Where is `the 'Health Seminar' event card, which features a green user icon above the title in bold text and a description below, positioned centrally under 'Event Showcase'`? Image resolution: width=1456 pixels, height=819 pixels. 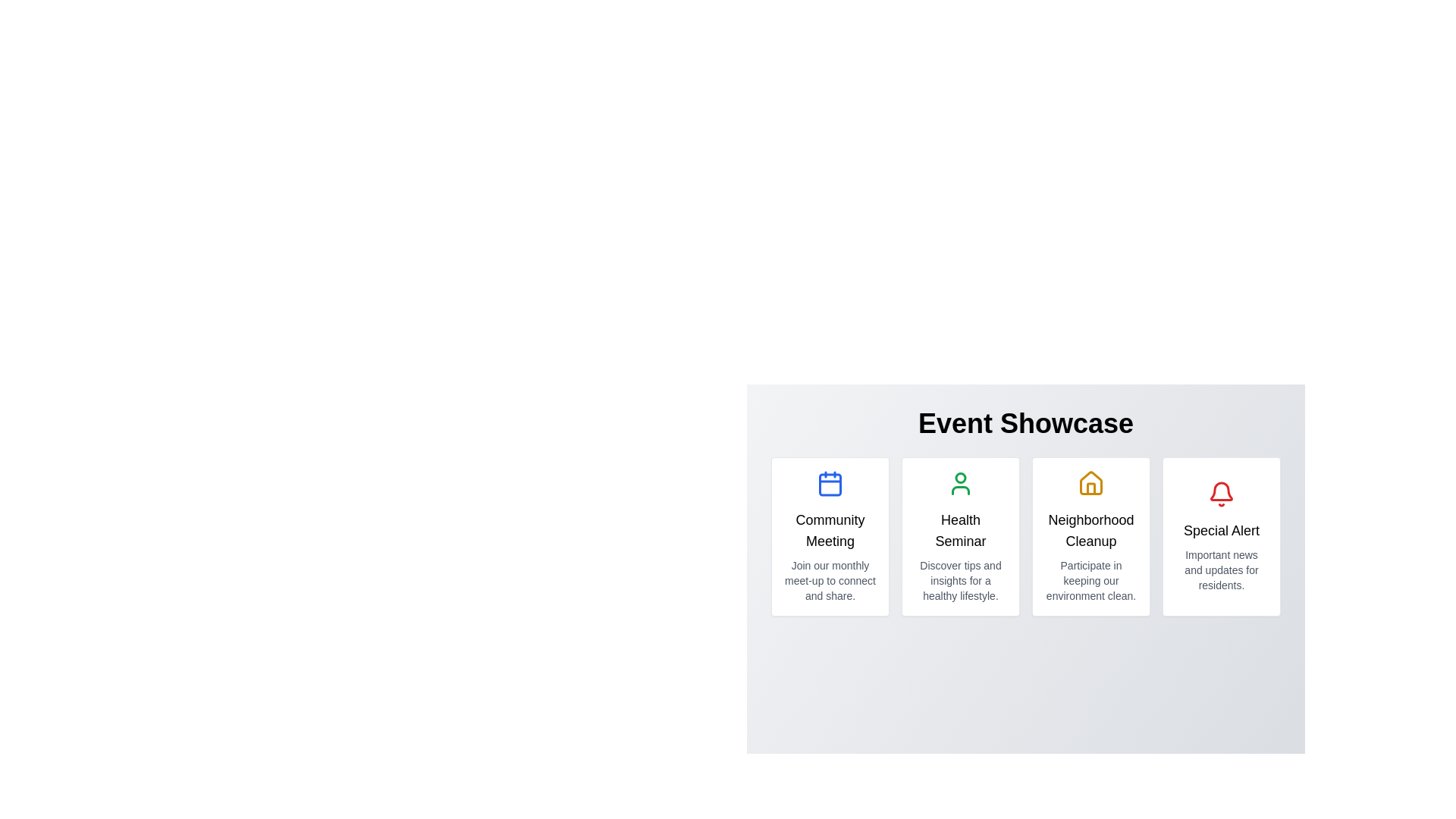 the 'Health Seminar' event card, which features a green user icon above the title in bold text and a description below, positioned centrally under 'Event Showcase' is located at coordinates (960, 536).